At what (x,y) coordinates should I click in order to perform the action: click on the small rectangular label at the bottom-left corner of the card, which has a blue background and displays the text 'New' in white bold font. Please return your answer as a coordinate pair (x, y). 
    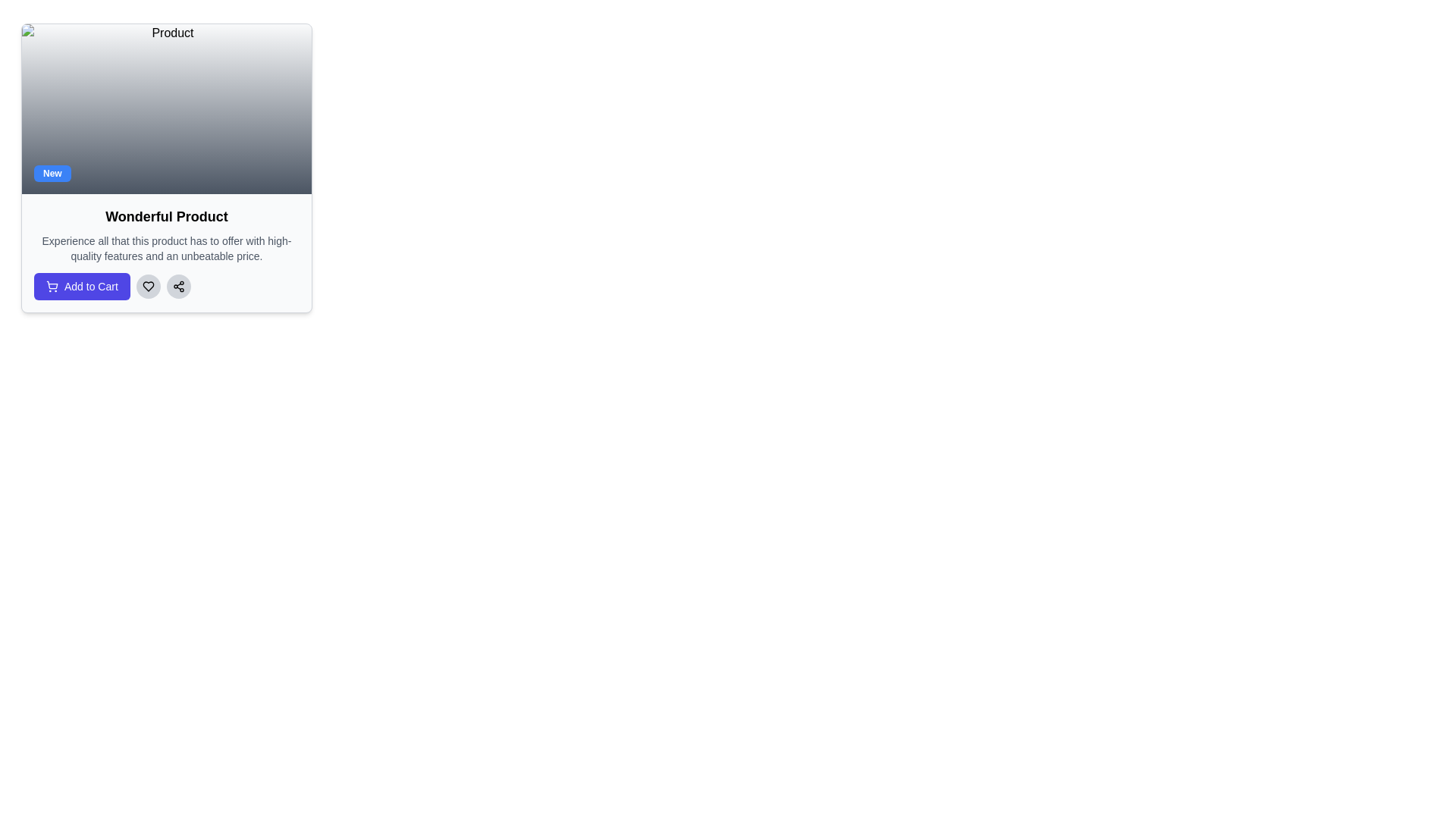
    Looking at the image, I should click on (52, 171).